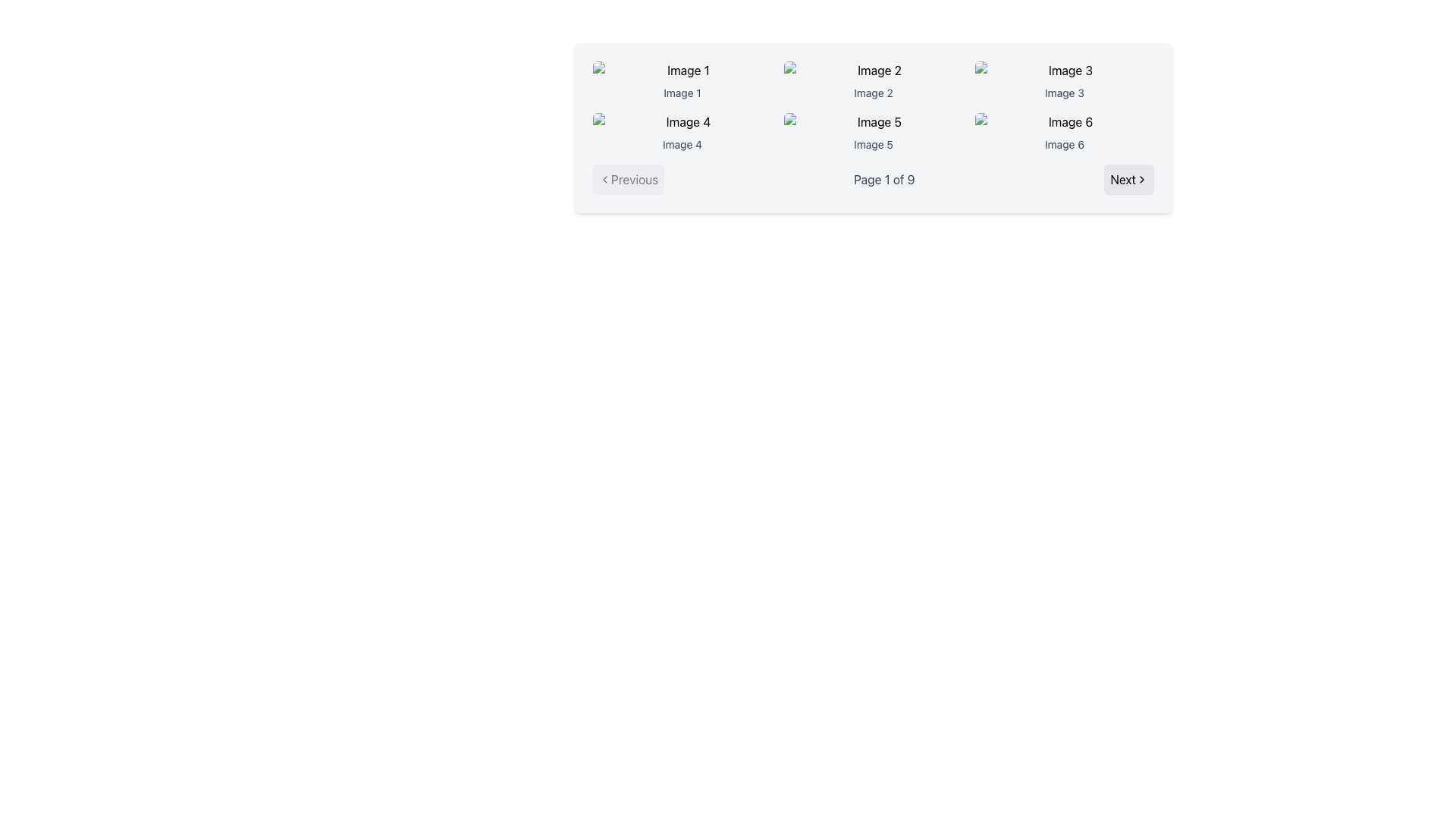 This screenshot has width=1456, height=819. I want to click on label and page information from the Pagination toolbar located beneath the grid displaying six images, centered horizontally at the bottom of its containing panel, so click(874, 178).